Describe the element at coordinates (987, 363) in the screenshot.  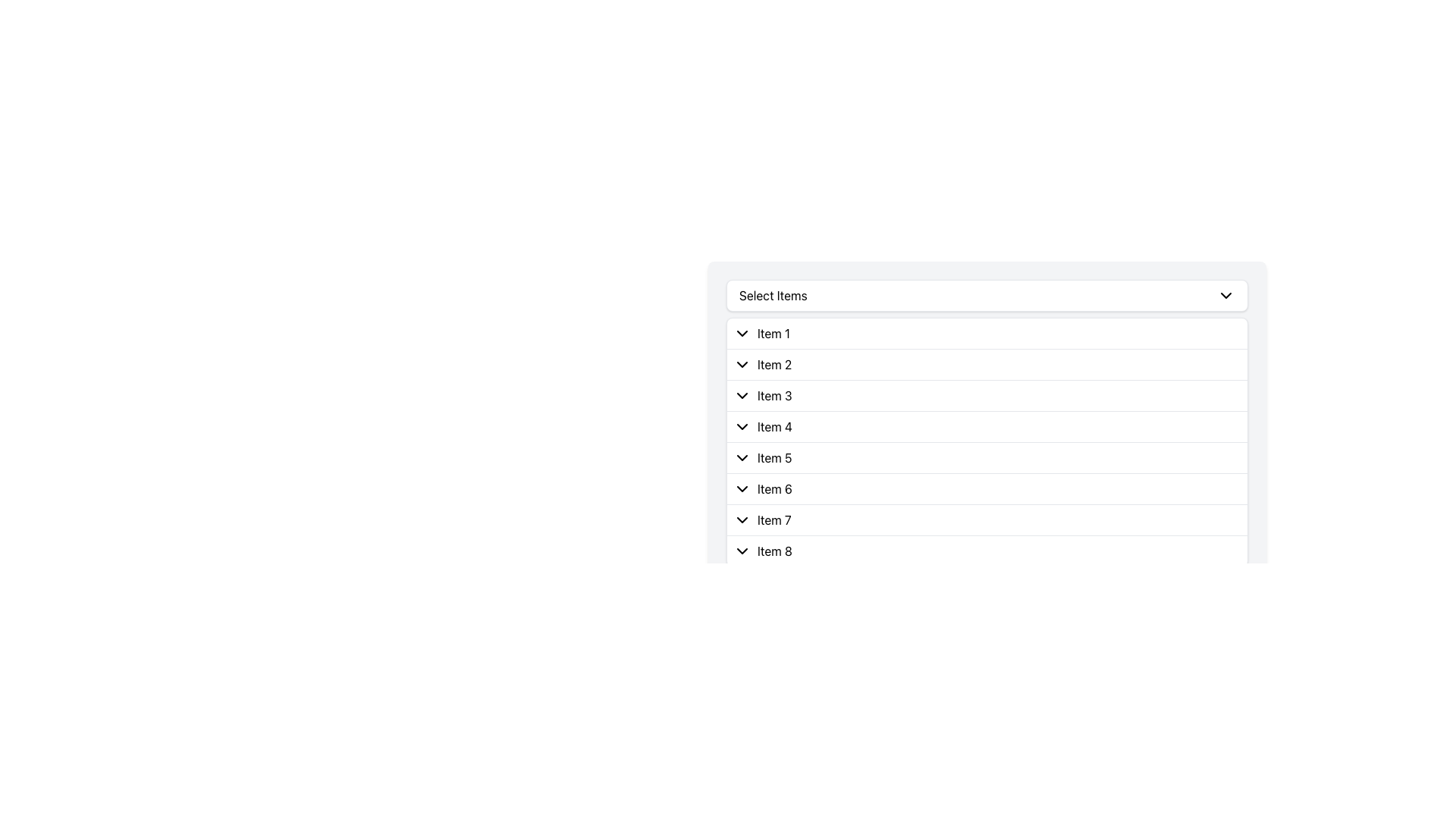
I see `the list item labeled 'Item 2' under the section 'Select Items'` at that location.